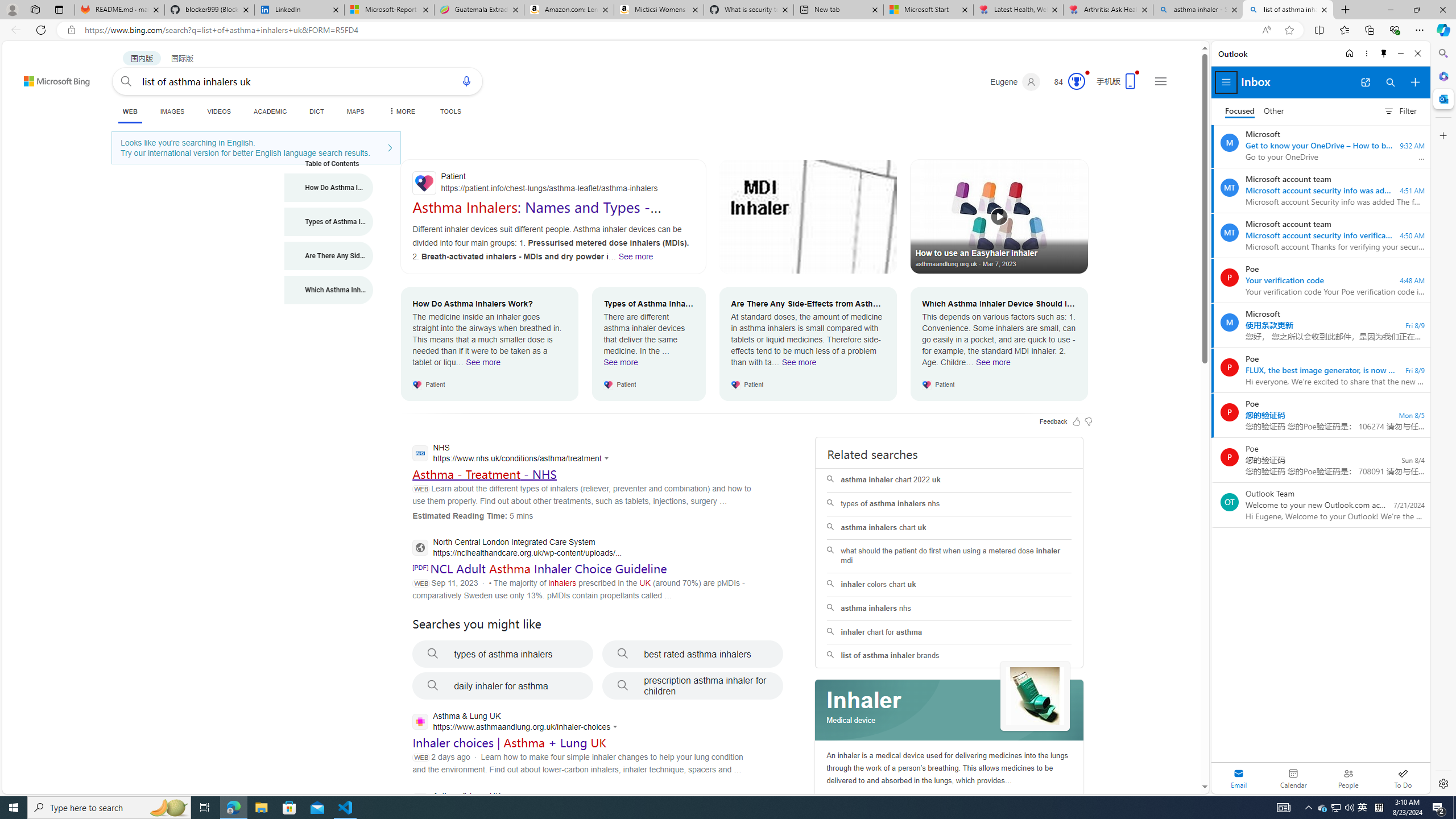 The width and height of the screenshot is (1456, 819). What do you see at coordinates (484, 473) in the screenshot?
I see `'Asthma - Treatment - NHS'` at bounding box center [484, 473].